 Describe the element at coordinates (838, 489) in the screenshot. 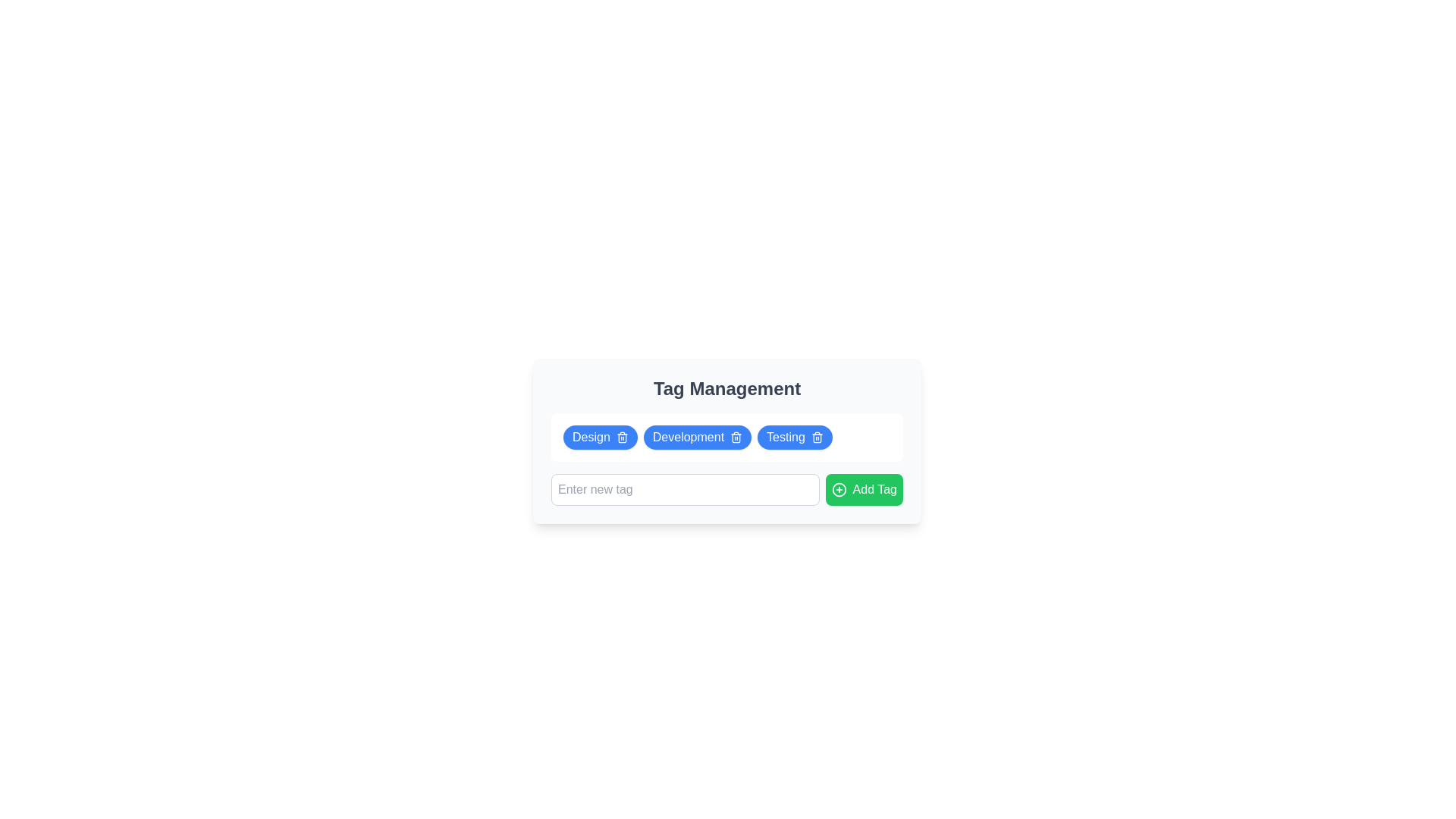

I see `the information visually by interacting with the circular icon element located centrally within the green 'Add Tag' button in the Tag Management interface` at that location.